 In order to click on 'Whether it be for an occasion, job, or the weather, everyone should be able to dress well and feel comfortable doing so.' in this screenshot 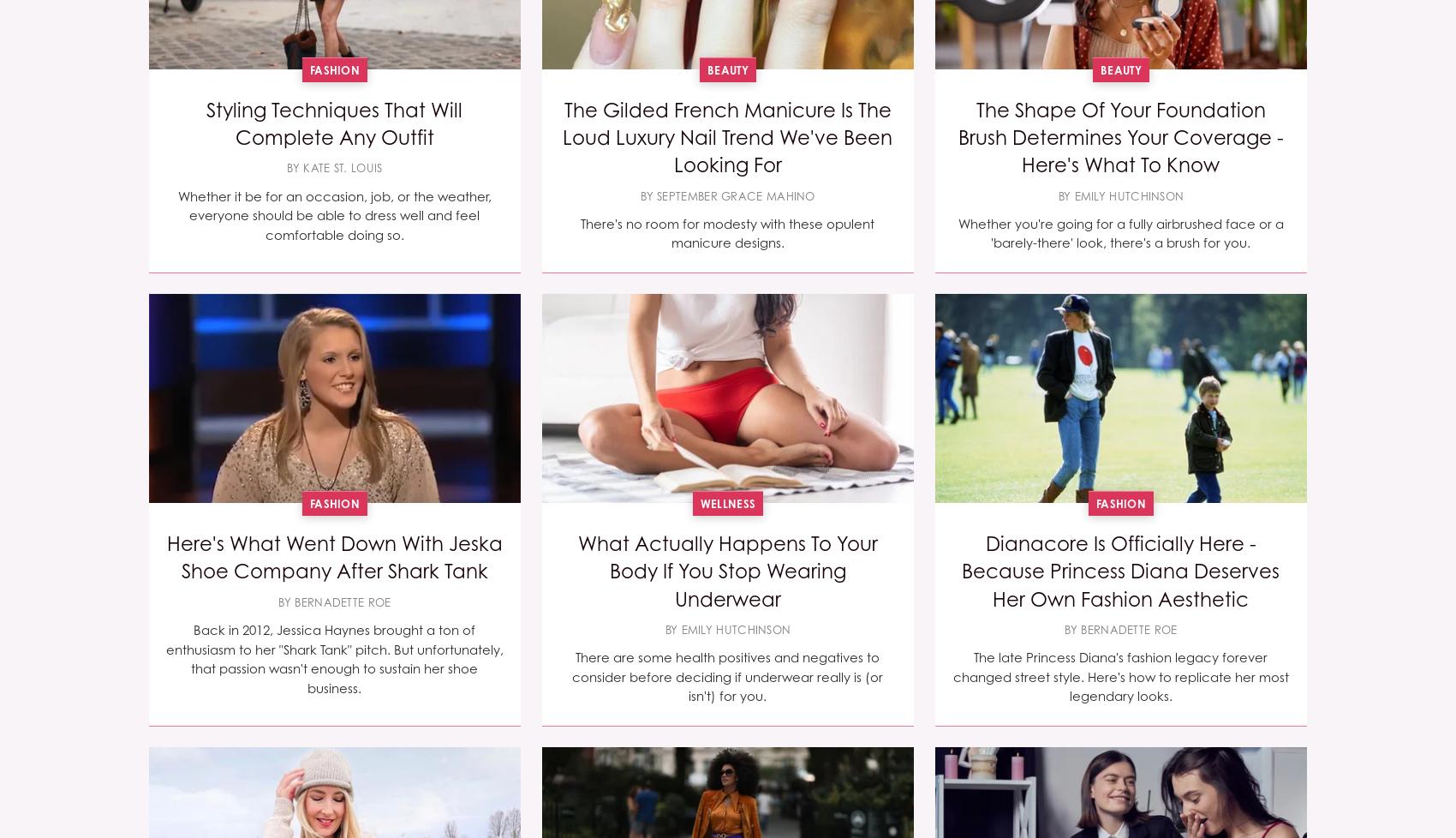, I will do `click(332, 213)`.